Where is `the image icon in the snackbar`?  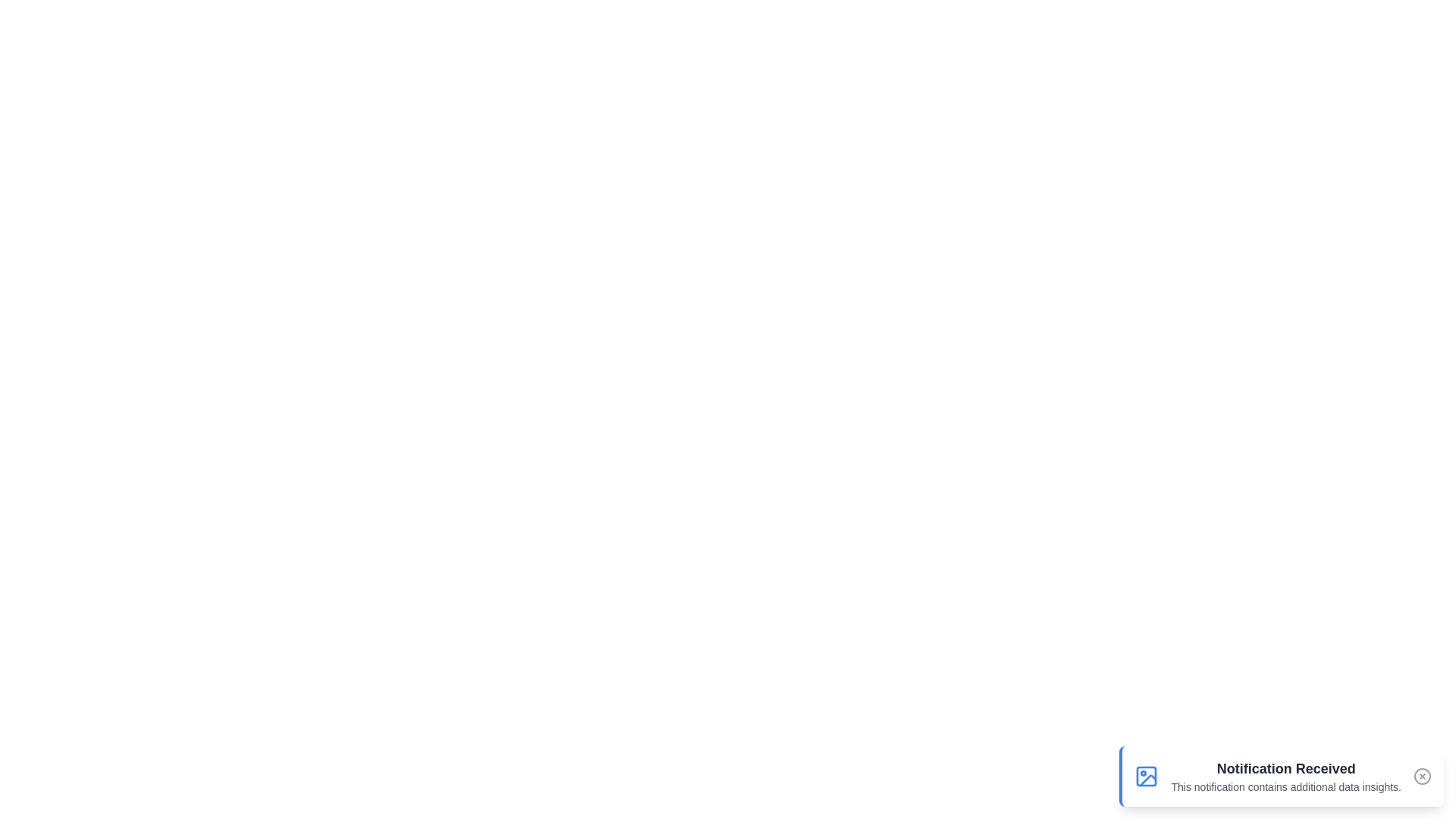 the image icon in the snackbar is located at coordinates (1147, 776).